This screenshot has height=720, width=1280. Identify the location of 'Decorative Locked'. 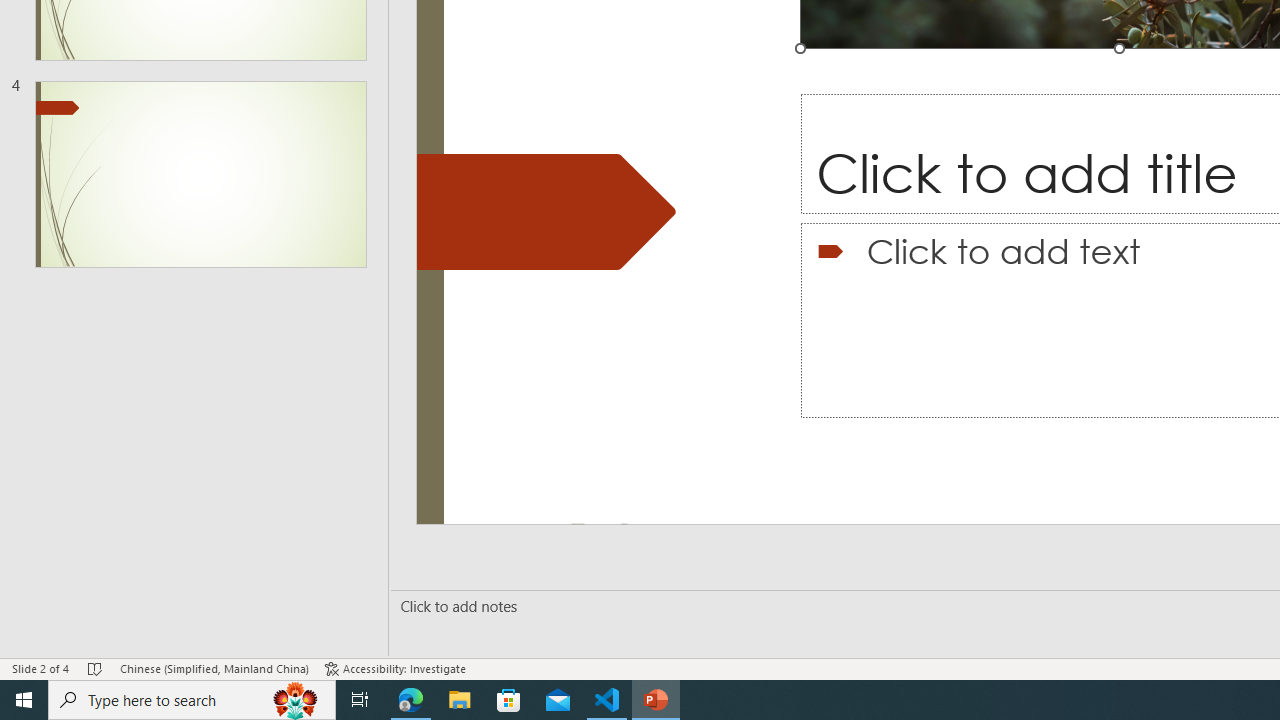
(546, 212).